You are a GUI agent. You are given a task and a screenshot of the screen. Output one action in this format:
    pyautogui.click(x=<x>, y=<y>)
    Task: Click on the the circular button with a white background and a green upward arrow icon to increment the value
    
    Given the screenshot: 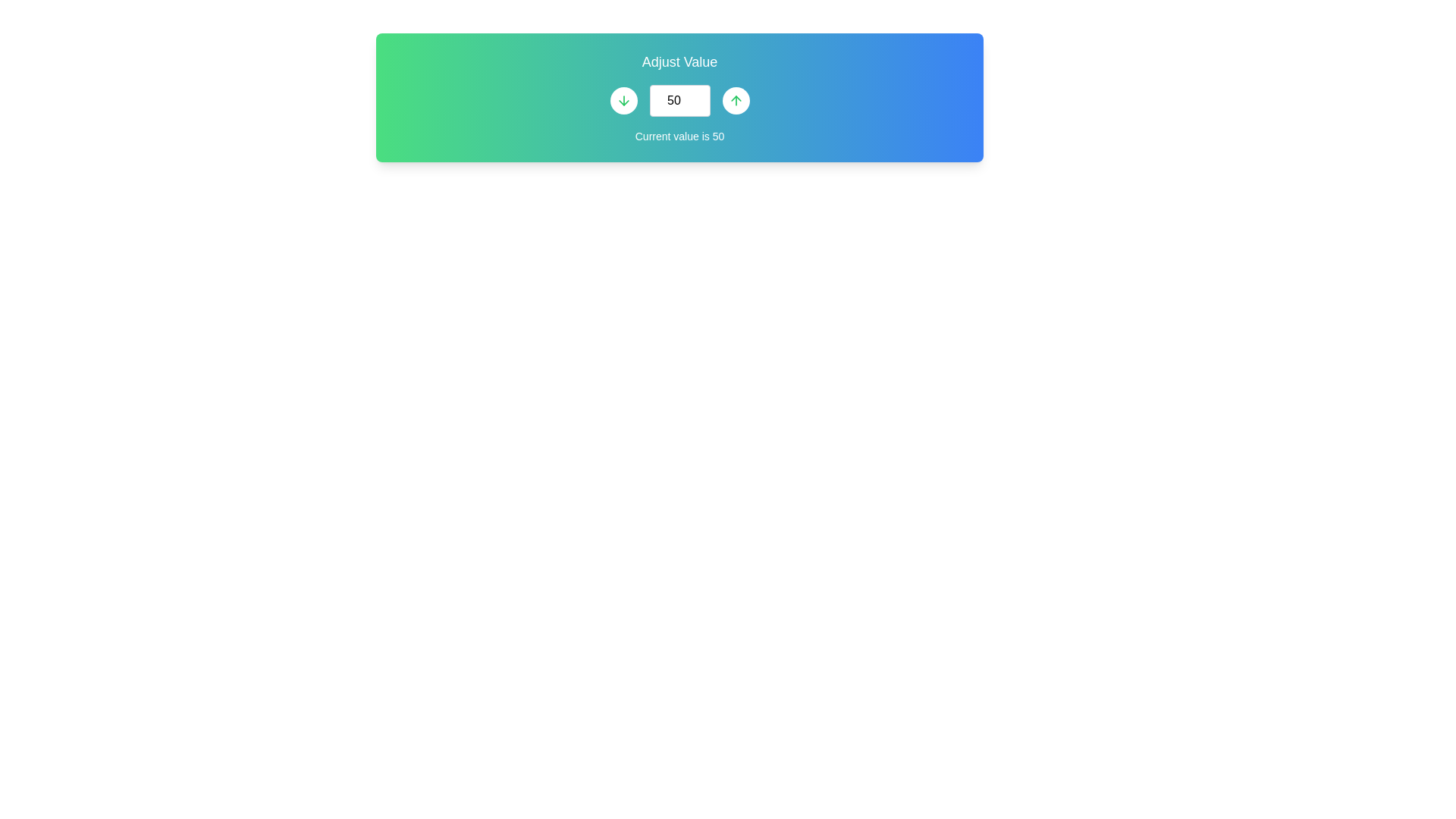 What is the action you would take?
    pyautogui.click(x=736, y=100)
    